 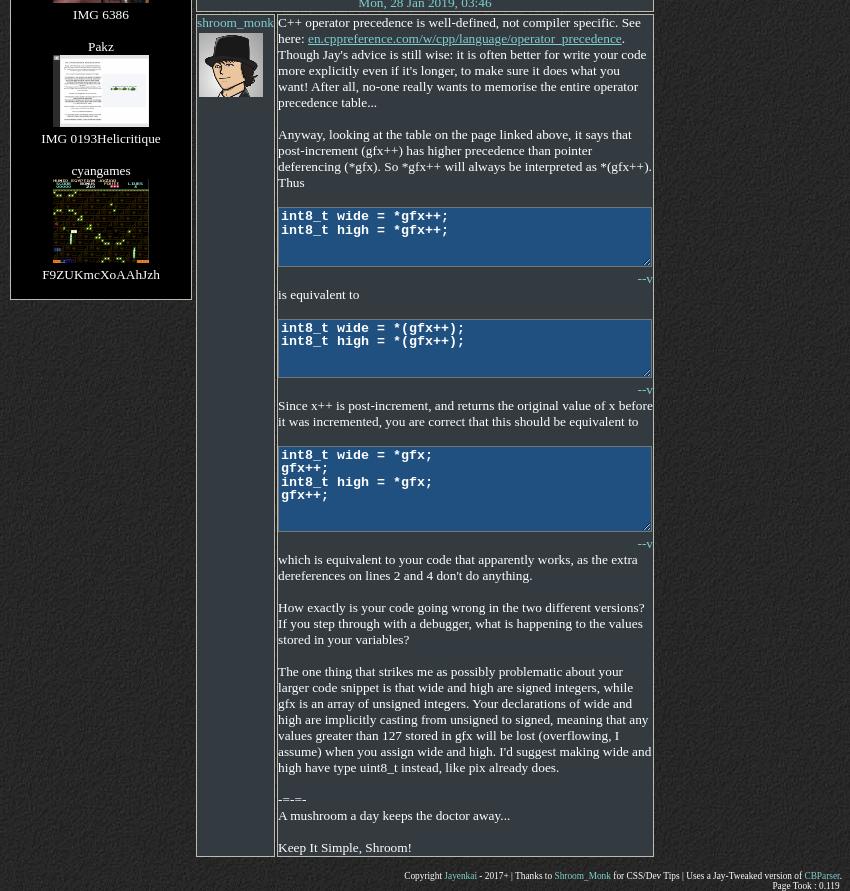 What do you see at coordinates (463, 38) in the screenshot?
I see `'en.cppreference.com/w/cpp/language/operator_precedence'` at bounding box center [463, 38].